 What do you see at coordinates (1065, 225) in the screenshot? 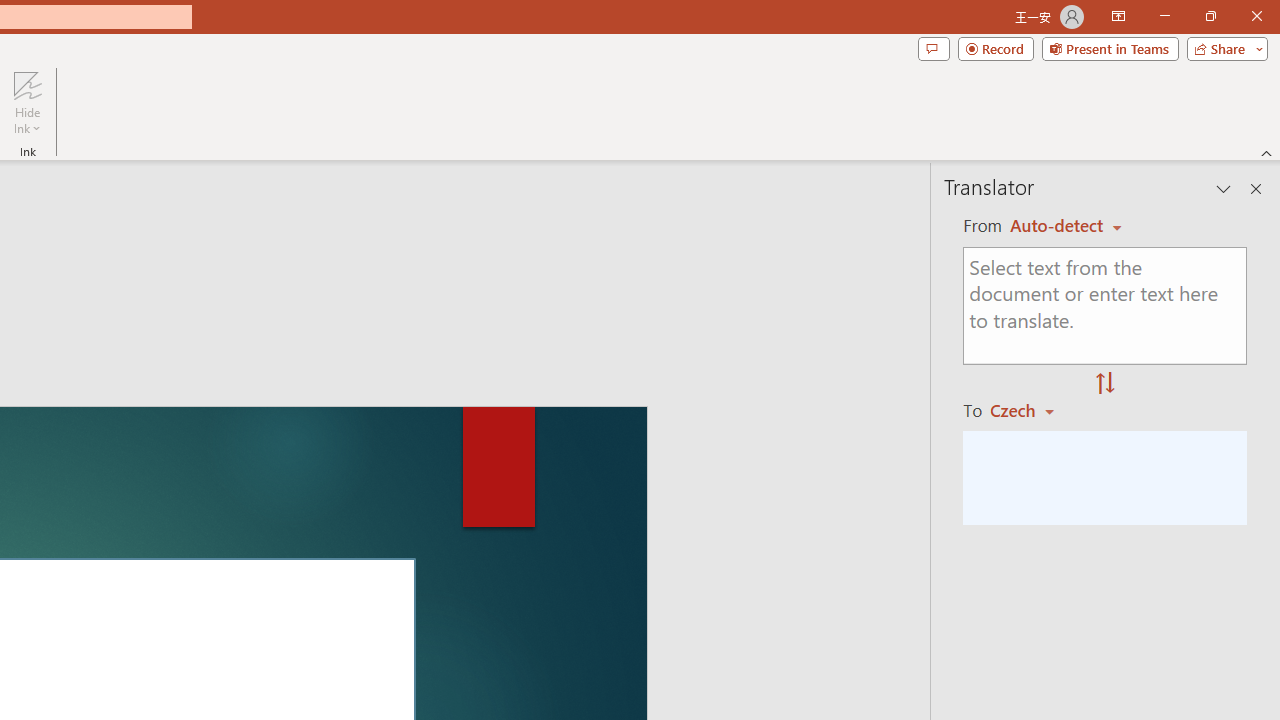
I see `'Auto-detect'` at bounding box center [1065, 225].